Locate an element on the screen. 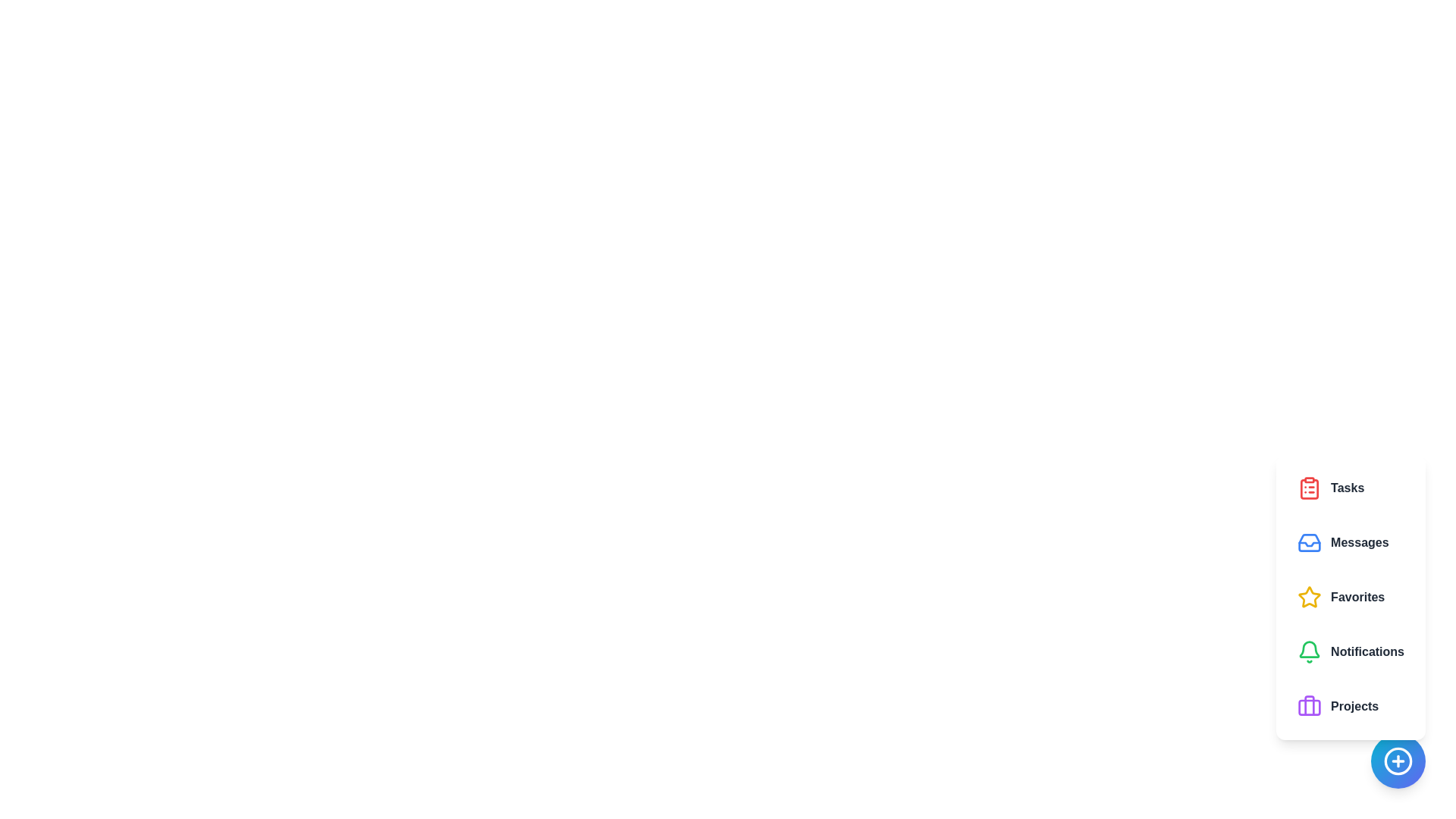 The width and height of the screenshot is (1456, 819). the button labeled Tasks to observe visual feedback is located at coordinates (1351, 488).